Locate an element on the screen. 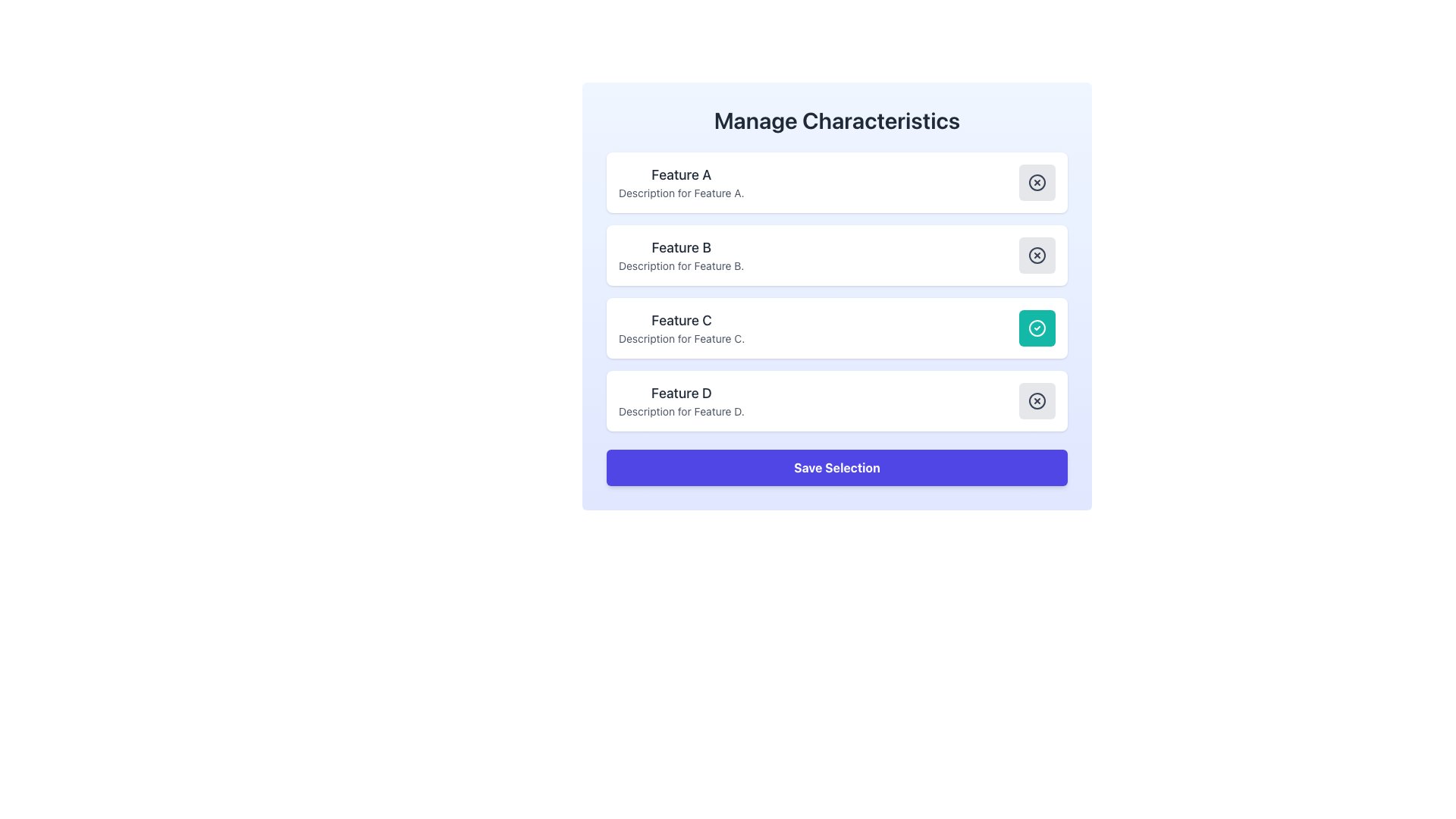  the descriptive label for 'Feature D' located under 'Manage Characteristics', which is the fourth item in the list, just above the 'Save Selection' button is located at coordinates (680, 400).